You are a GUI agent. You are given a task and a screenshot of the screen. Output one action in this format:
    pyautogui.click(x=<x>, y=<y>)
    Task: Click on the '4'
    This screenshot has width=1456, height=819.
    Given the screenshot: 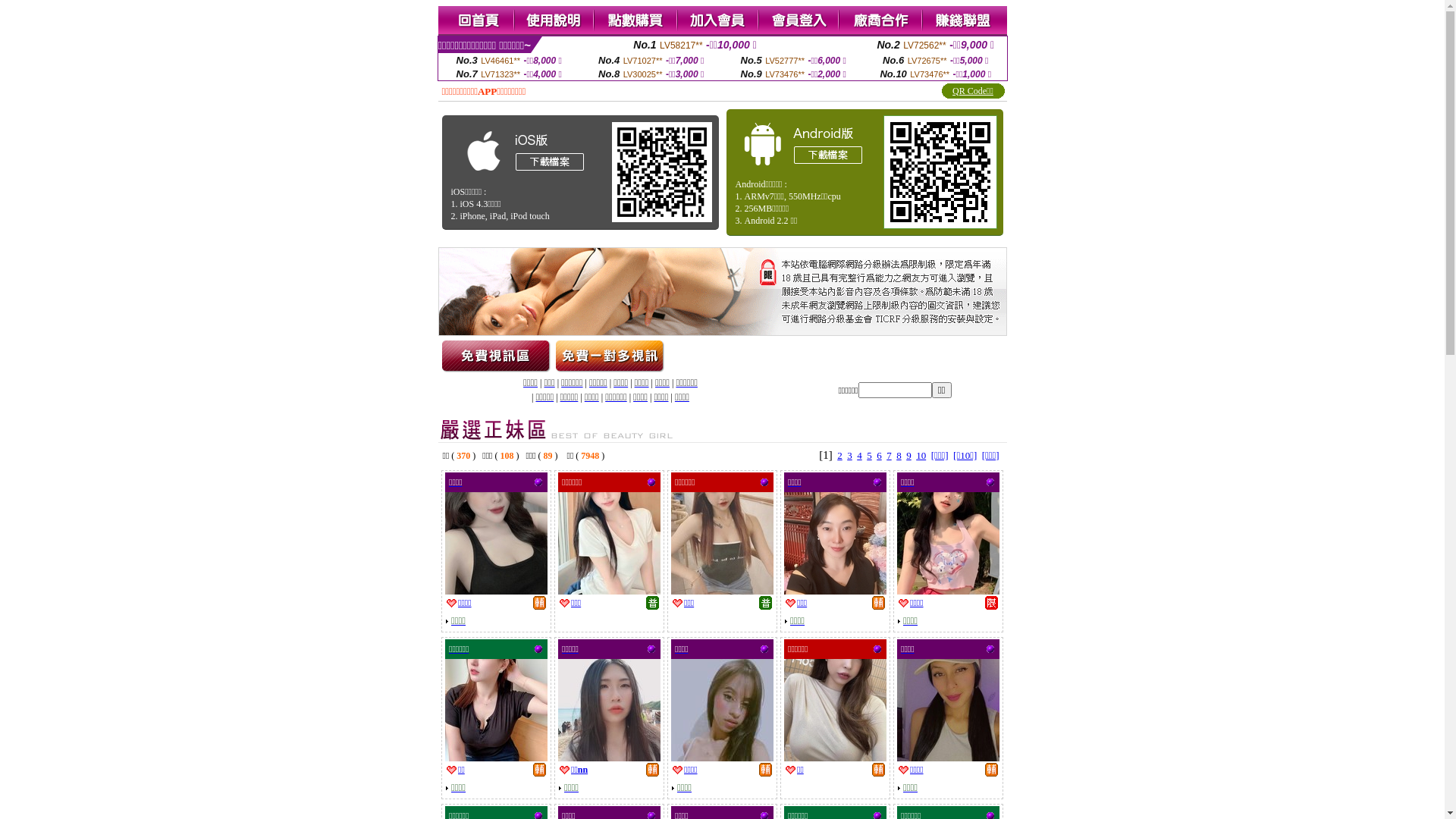 What is the action you would take?
    pyautogui.click(x=859, y=454)
    